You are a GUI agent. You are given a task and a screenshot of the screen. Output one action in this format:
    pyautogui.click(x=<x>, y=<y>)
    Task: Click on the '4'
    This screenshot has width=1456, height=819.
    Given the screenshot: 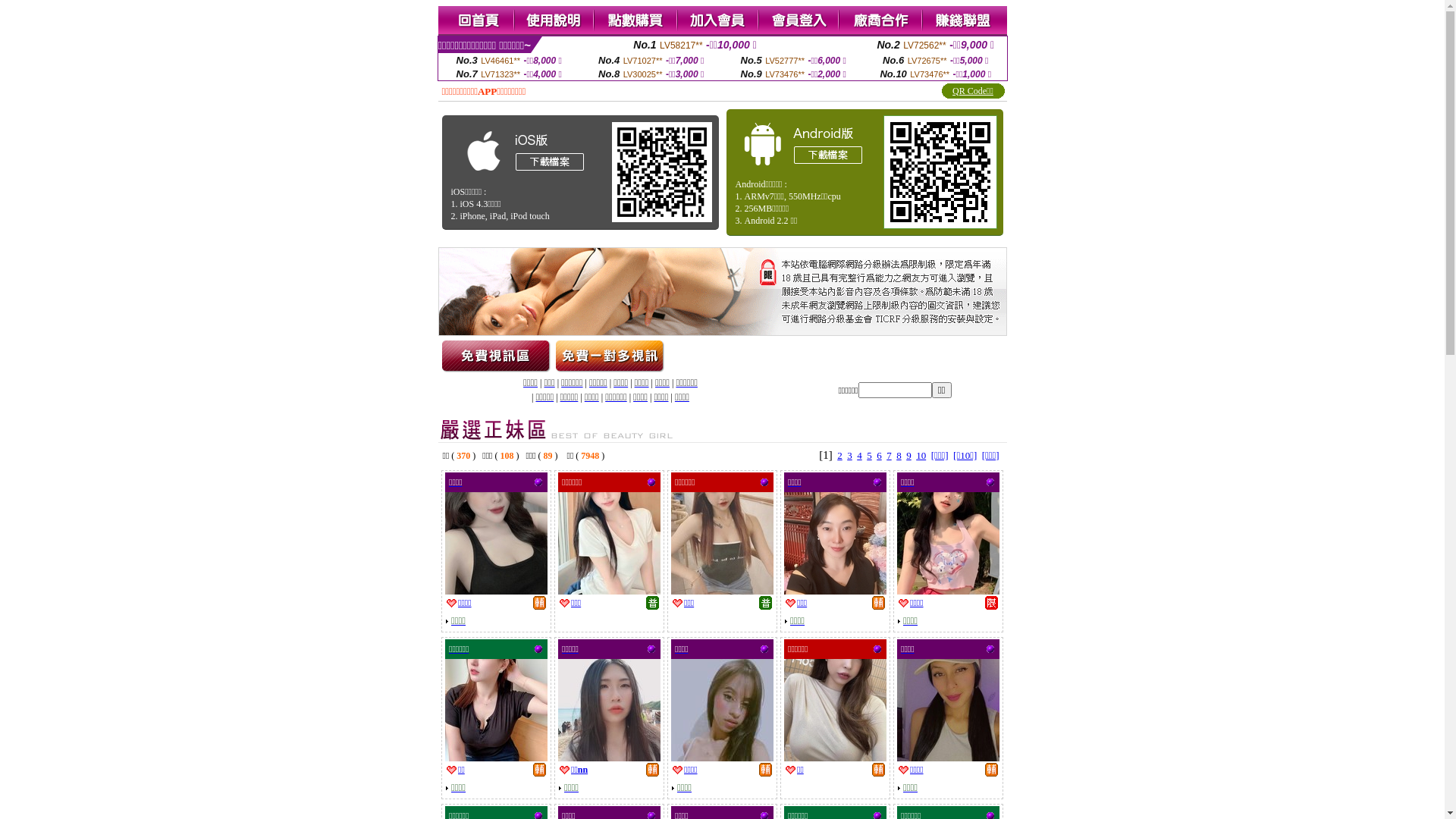 What is the action you would take?
    pyautogui.click(x=859, y=454)
    